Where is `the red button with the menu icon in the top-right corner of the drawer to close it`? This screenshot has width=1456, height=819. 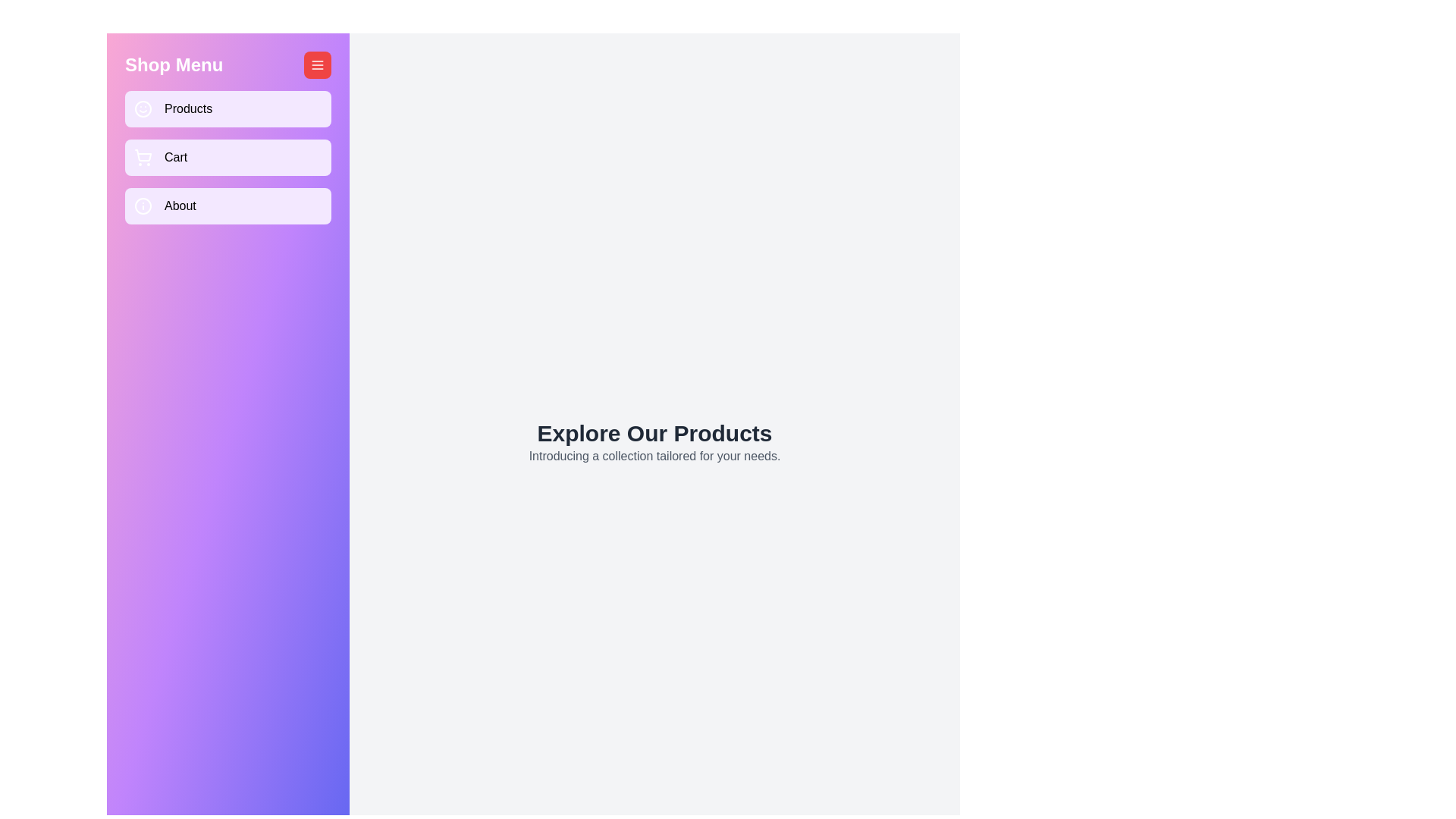 the red button with the menu icon in the top-right corner of the drawer to close it is located at coordinates (316, 64).